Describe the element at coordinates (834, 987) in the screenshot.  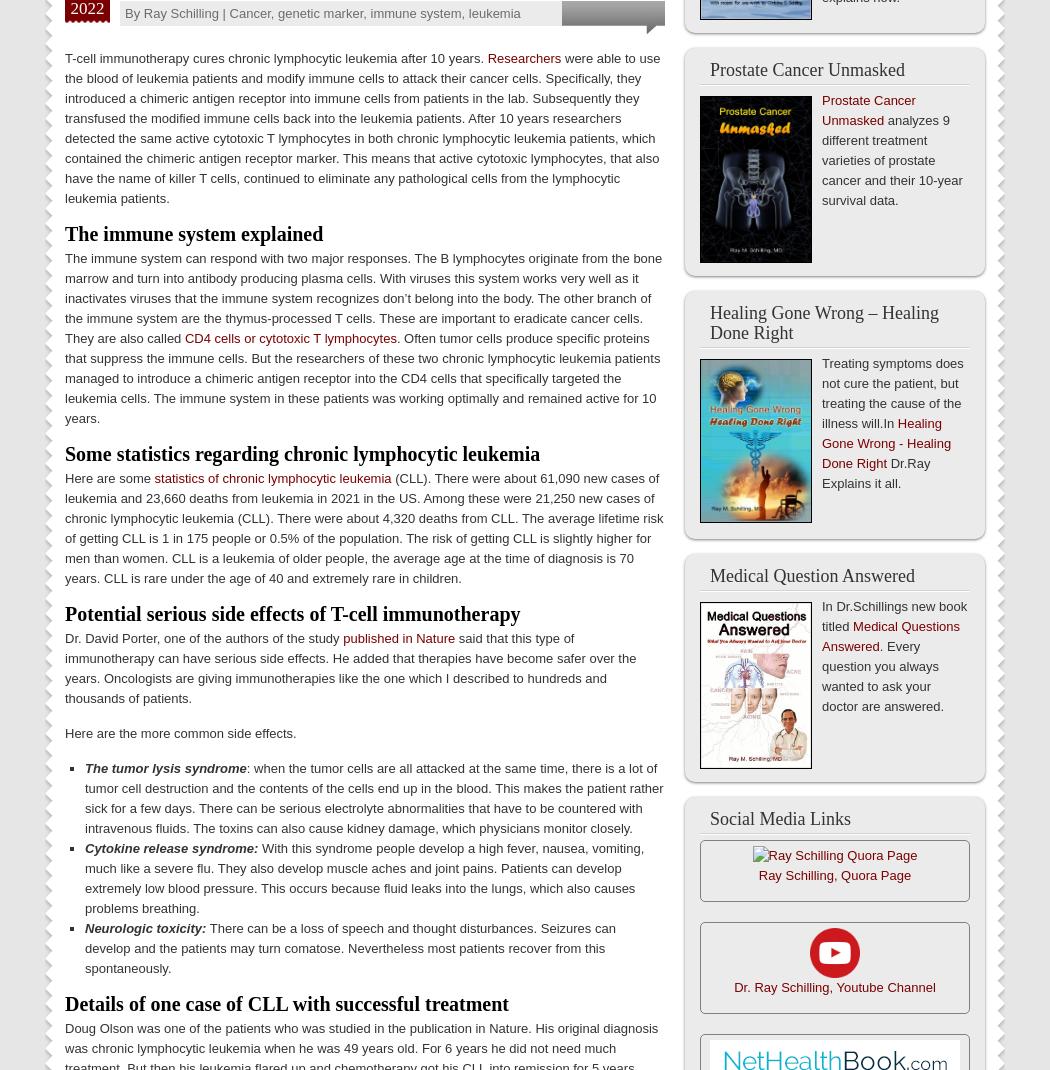
I see `'Dr. Ray Schilling, Youtube Channel'` at that location.